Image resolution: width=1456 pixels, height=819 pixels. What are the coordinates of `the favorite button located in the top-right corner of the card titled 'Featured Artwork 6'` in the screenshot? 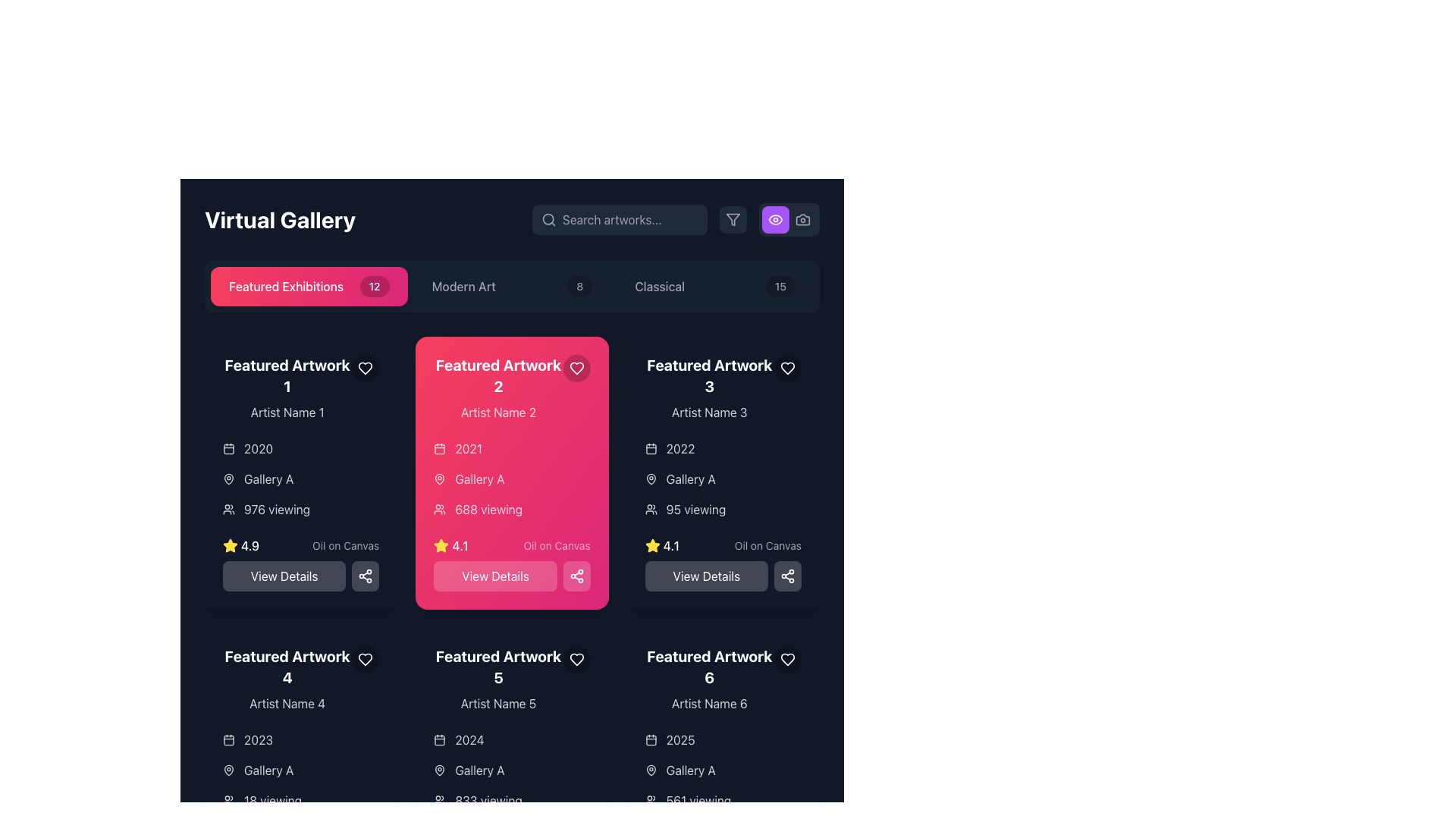 It's located at (787, 659).